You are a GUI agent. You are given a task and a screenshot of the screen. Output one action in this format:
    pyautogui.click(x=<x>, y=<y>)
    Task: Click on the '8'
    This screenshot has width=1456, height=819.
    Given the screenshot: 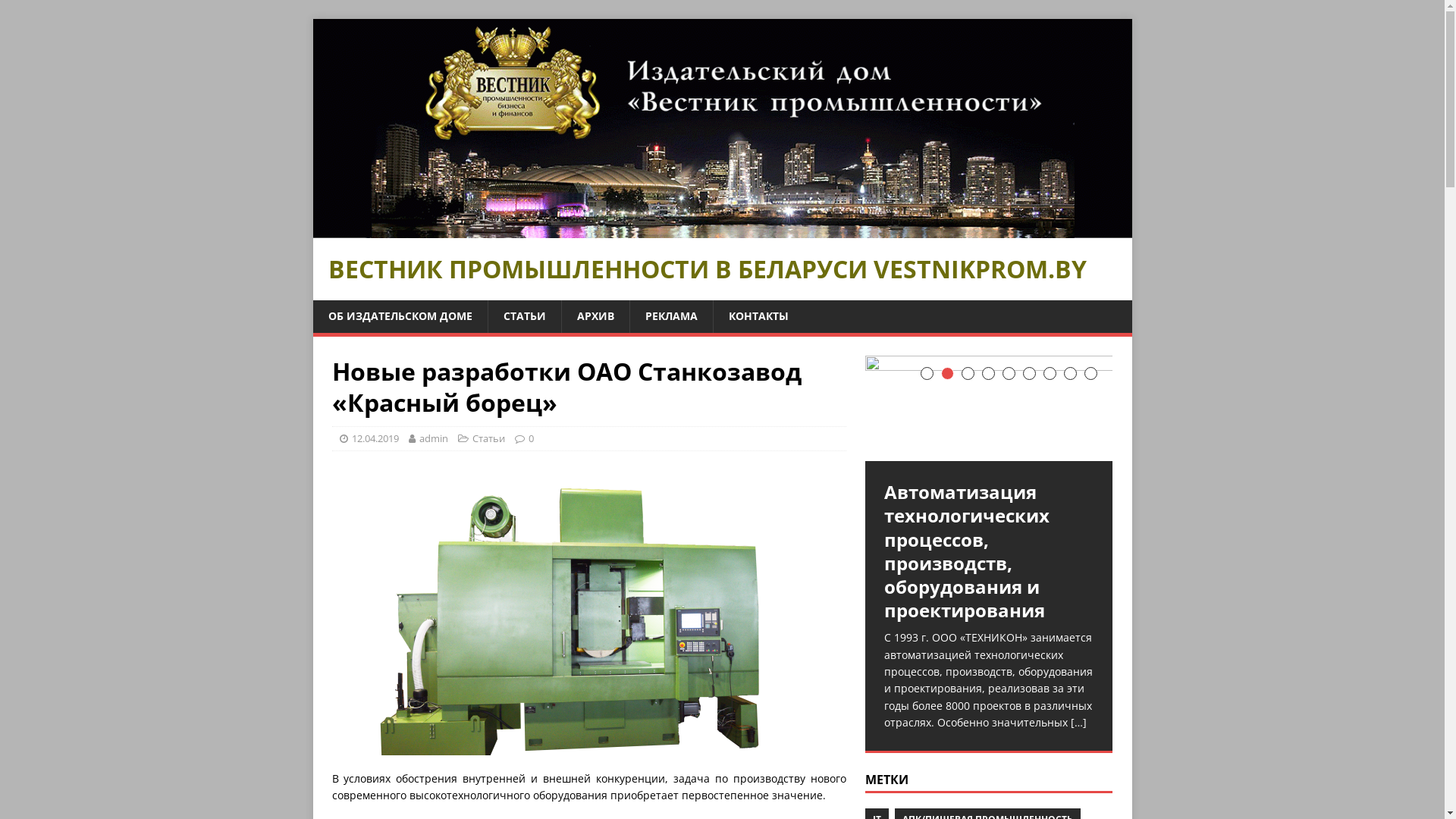 What is the action you would take?
    pyautogui.click(x=1062, y=373)
    